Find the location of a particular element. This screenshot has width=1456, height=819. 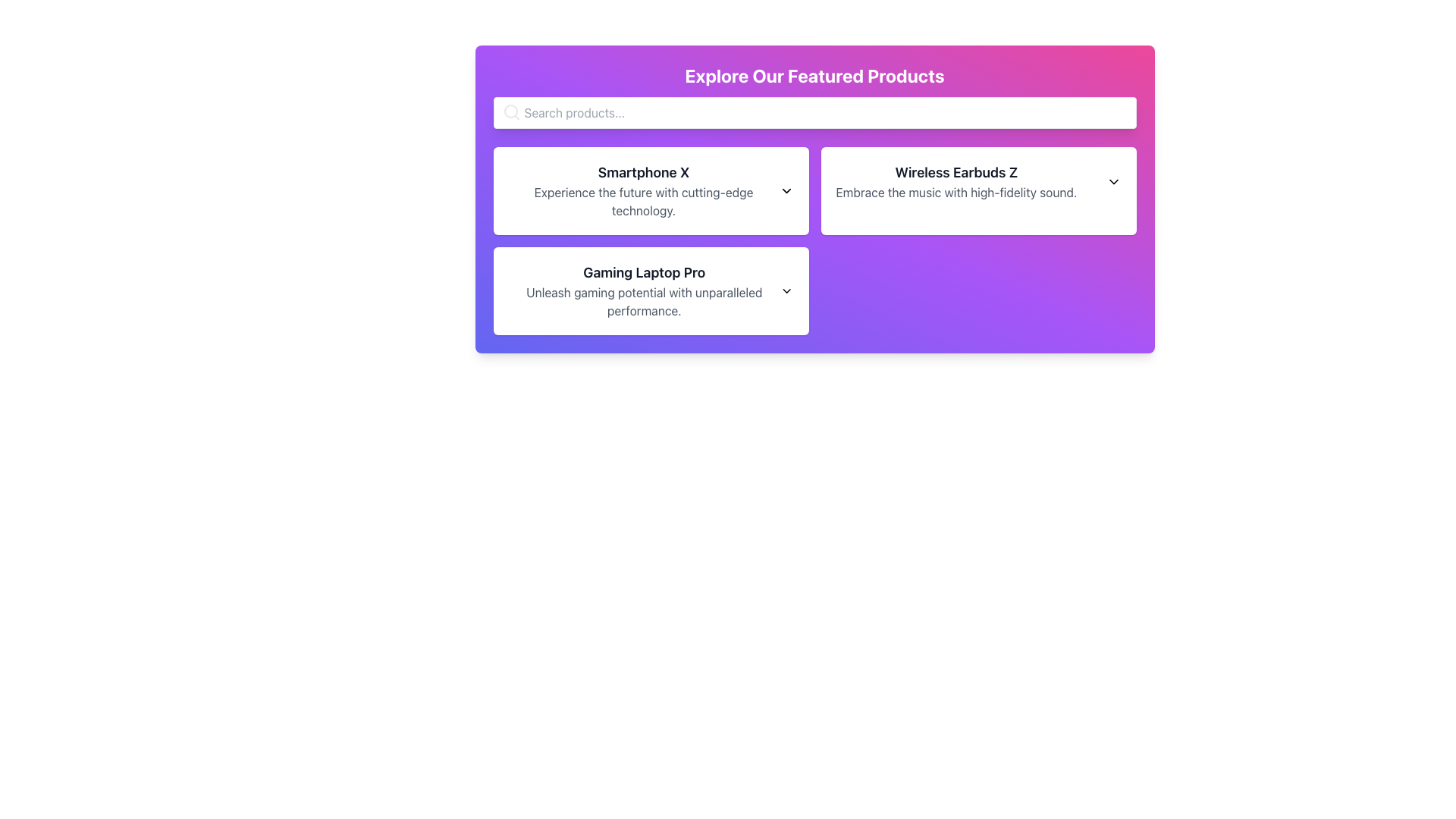

the title text element labeled 'Gaming Laptop Pro', which is positioned in the upper section of the product card is located at coordinates (644, 271).